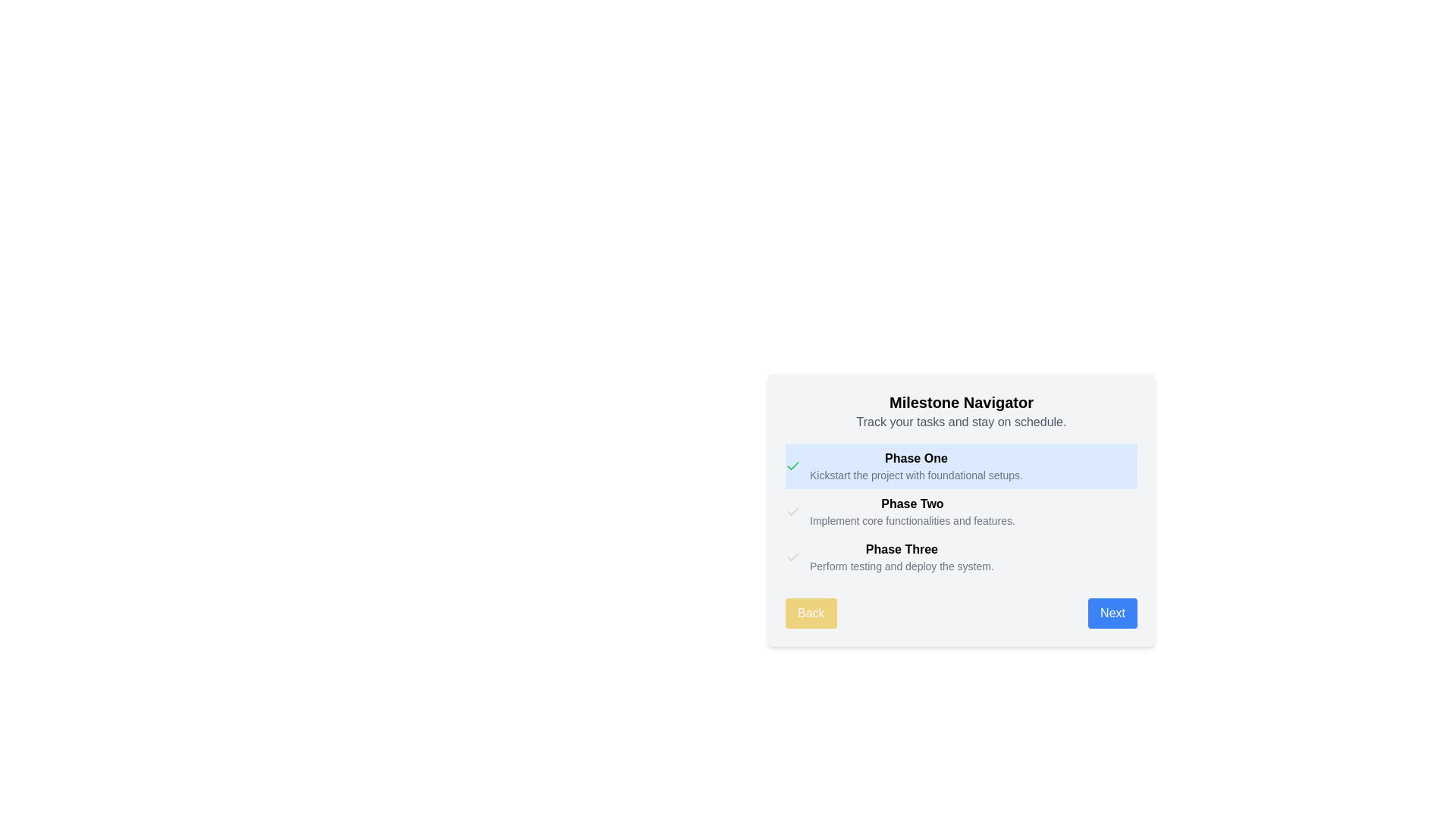 This screenshot has height=819, width=1456. Describe the element at coordinates (915, 475) in the screenshot. I see `the text block that provides a brief description or instruction relevant to the milestone labeled 'Phase One', located directly beneath the heading 'Phase One'` at that location.